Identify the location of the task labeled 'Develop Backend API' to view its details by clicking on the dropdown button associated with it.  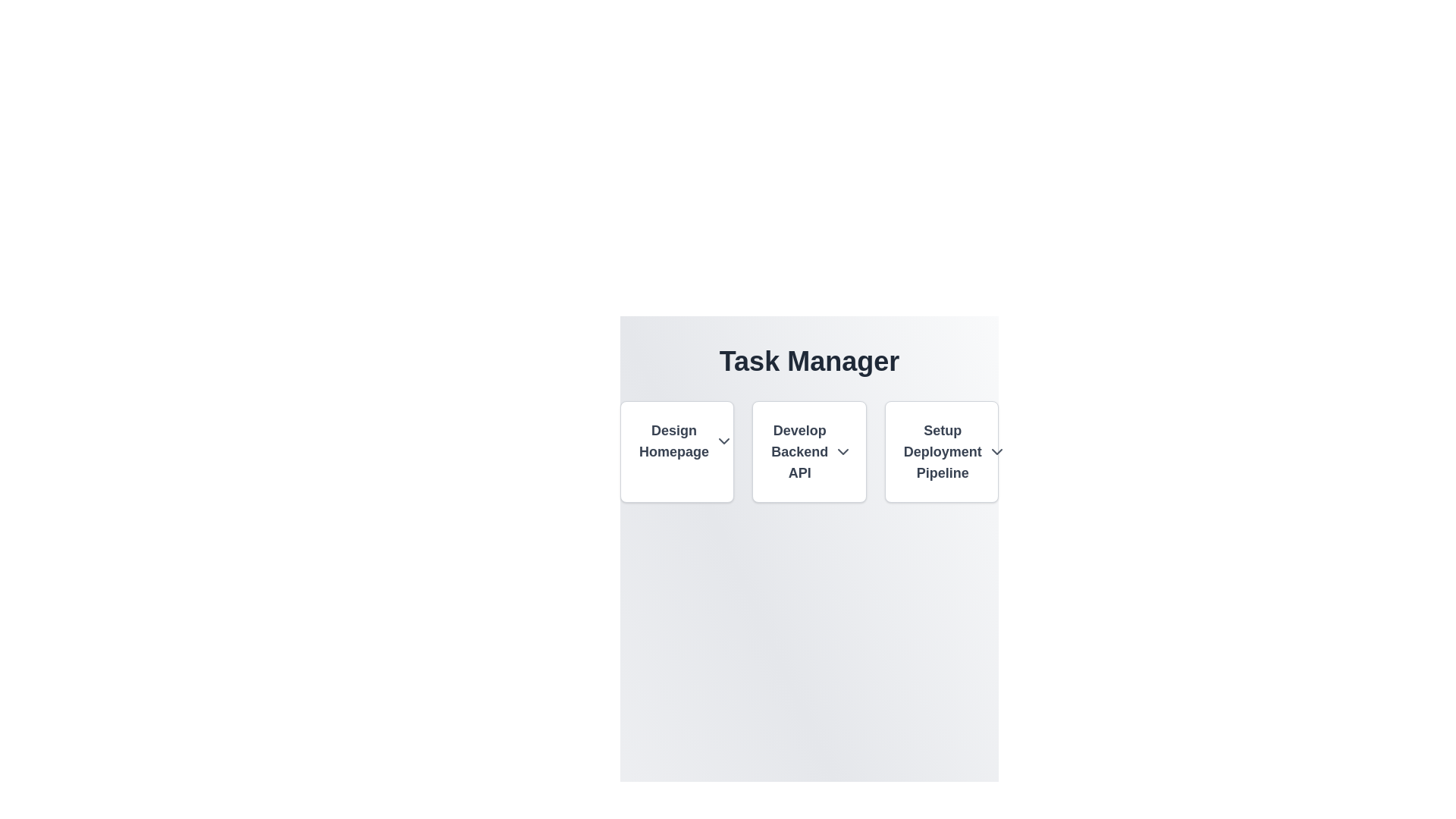
(808, 451).